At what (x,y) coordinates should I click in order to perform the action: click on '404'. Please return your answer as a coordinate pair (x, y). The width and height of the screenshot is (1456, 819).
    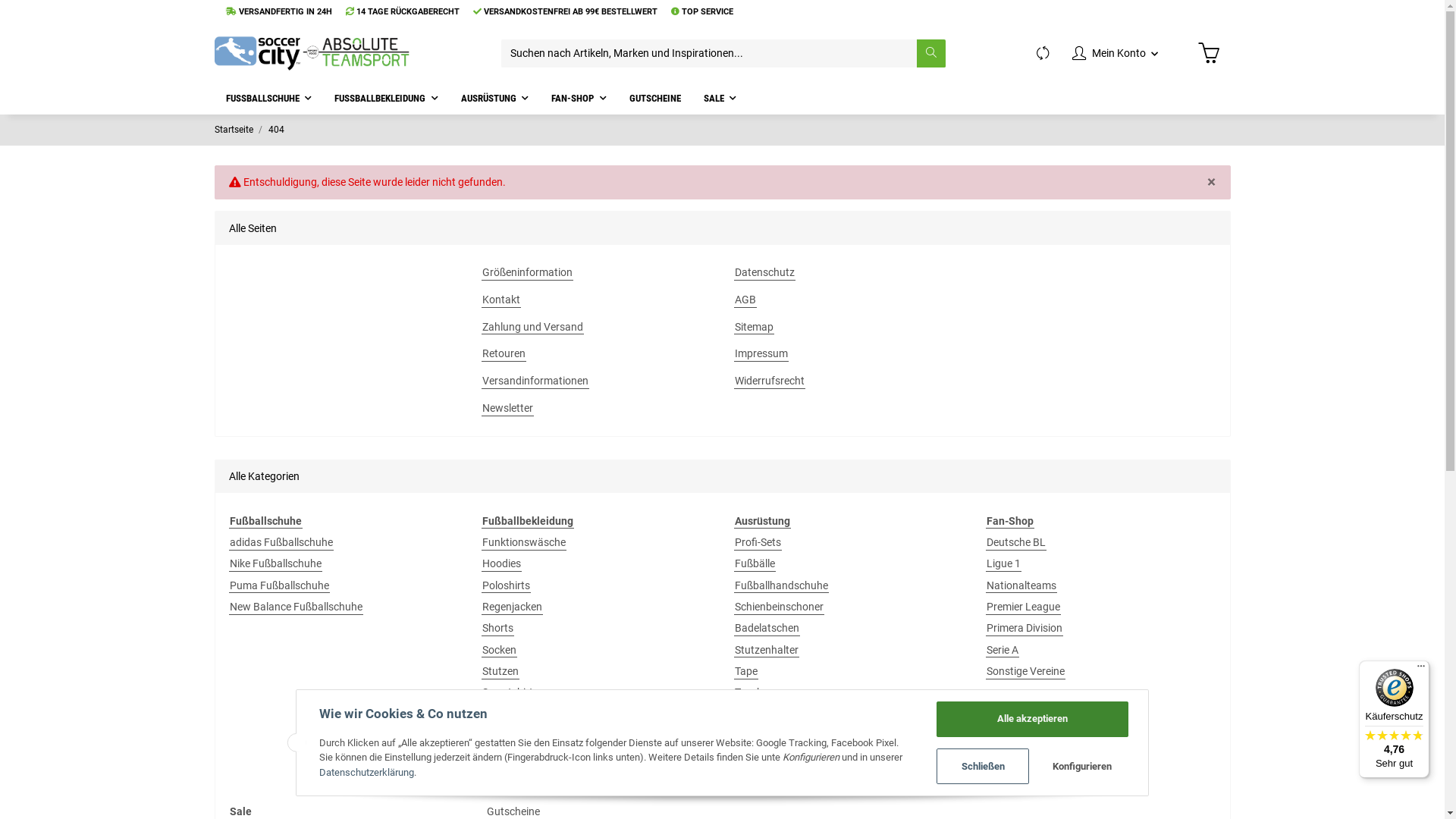
    Looking at the image, I should click on (276, 128).